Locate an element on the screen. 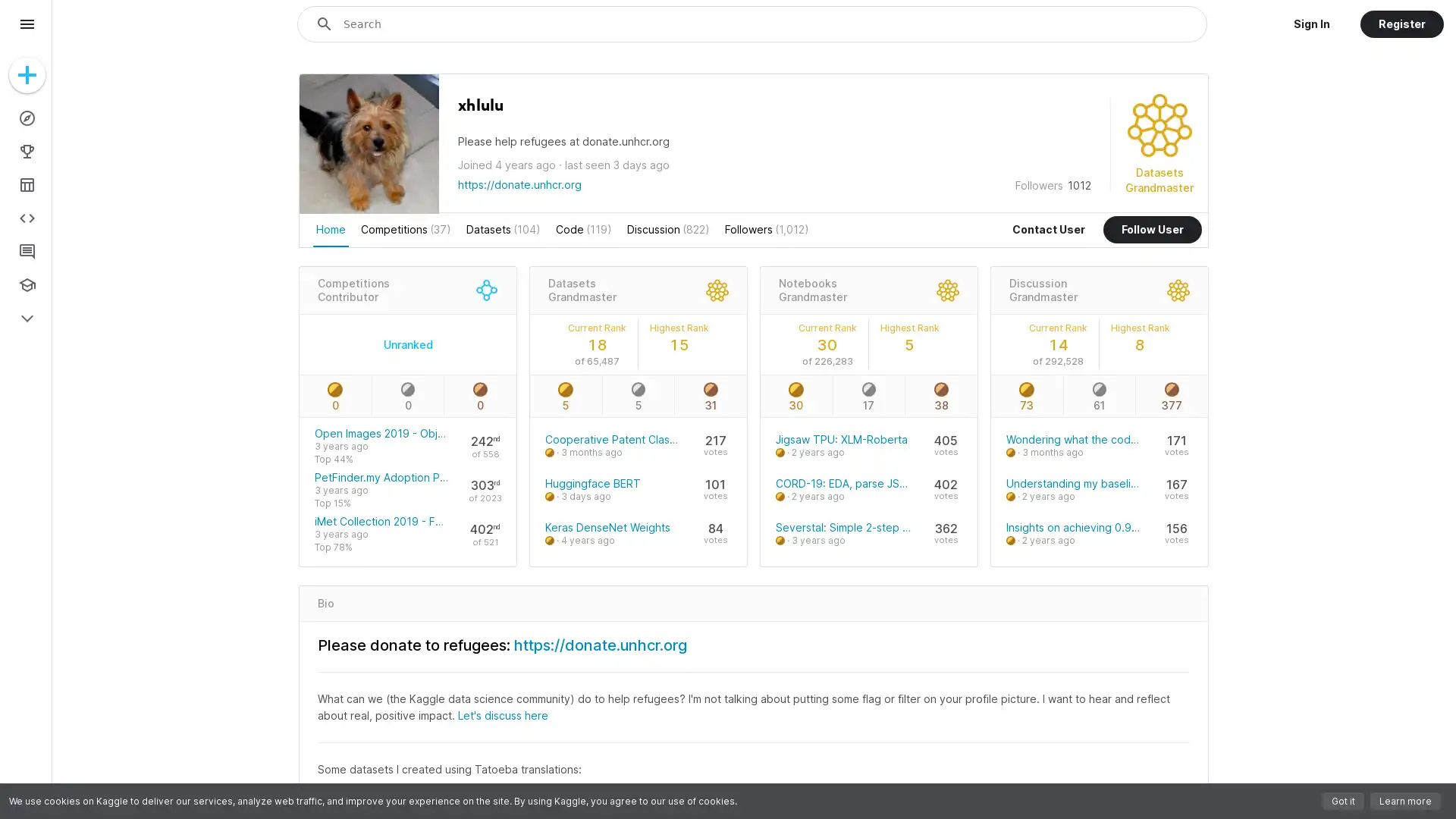 The height and width of the screenshot is (819, 1456). xhlulu is located at coordinates (479, 105).